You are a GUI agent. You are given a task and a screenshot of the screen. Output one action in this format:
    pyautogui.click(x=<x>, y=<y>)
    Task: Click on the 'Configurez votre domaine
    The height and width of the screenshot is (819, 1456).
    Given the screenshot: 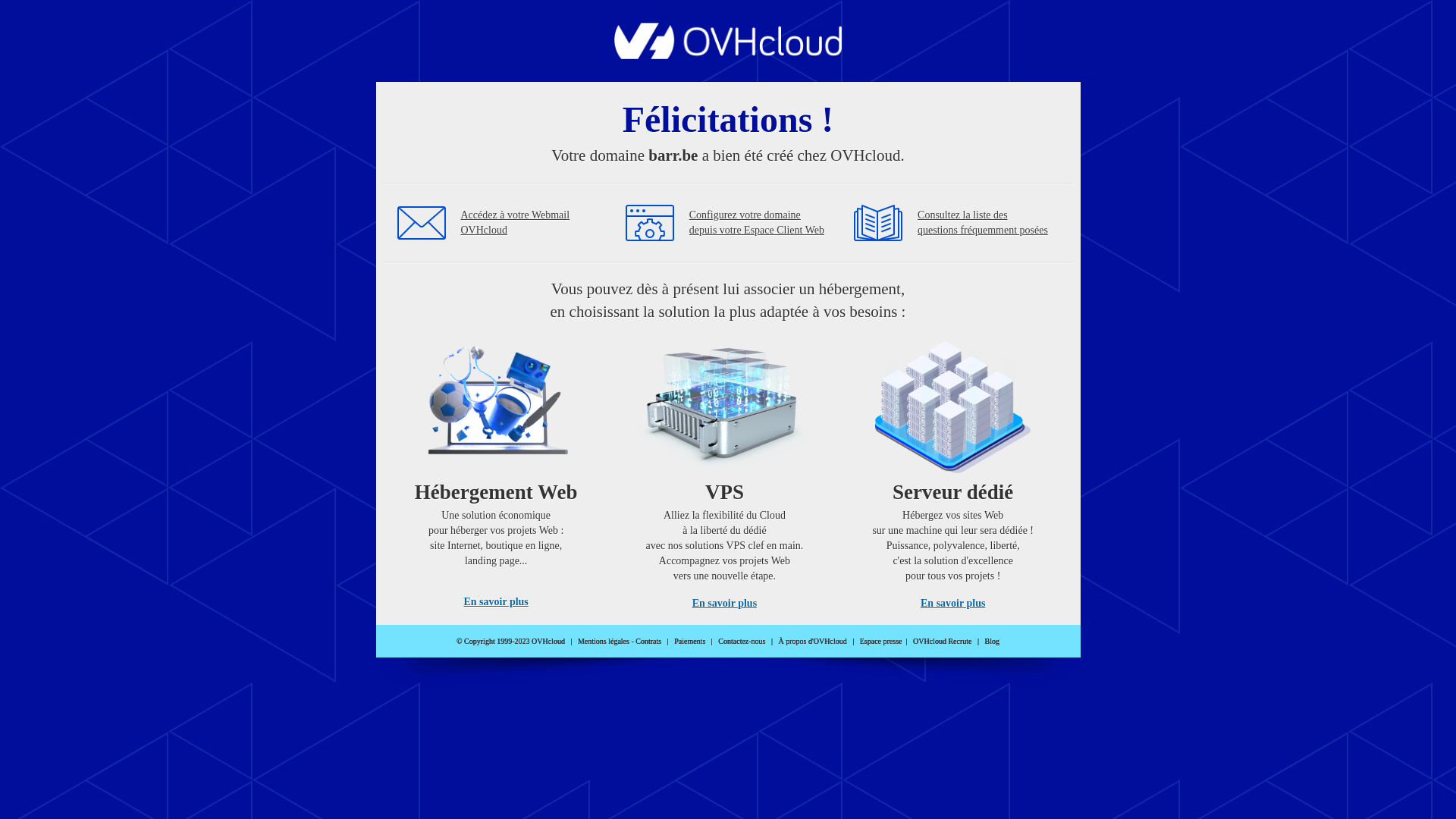 What is the action you would take?
    pyautogui.click(x=757, y=222)
    